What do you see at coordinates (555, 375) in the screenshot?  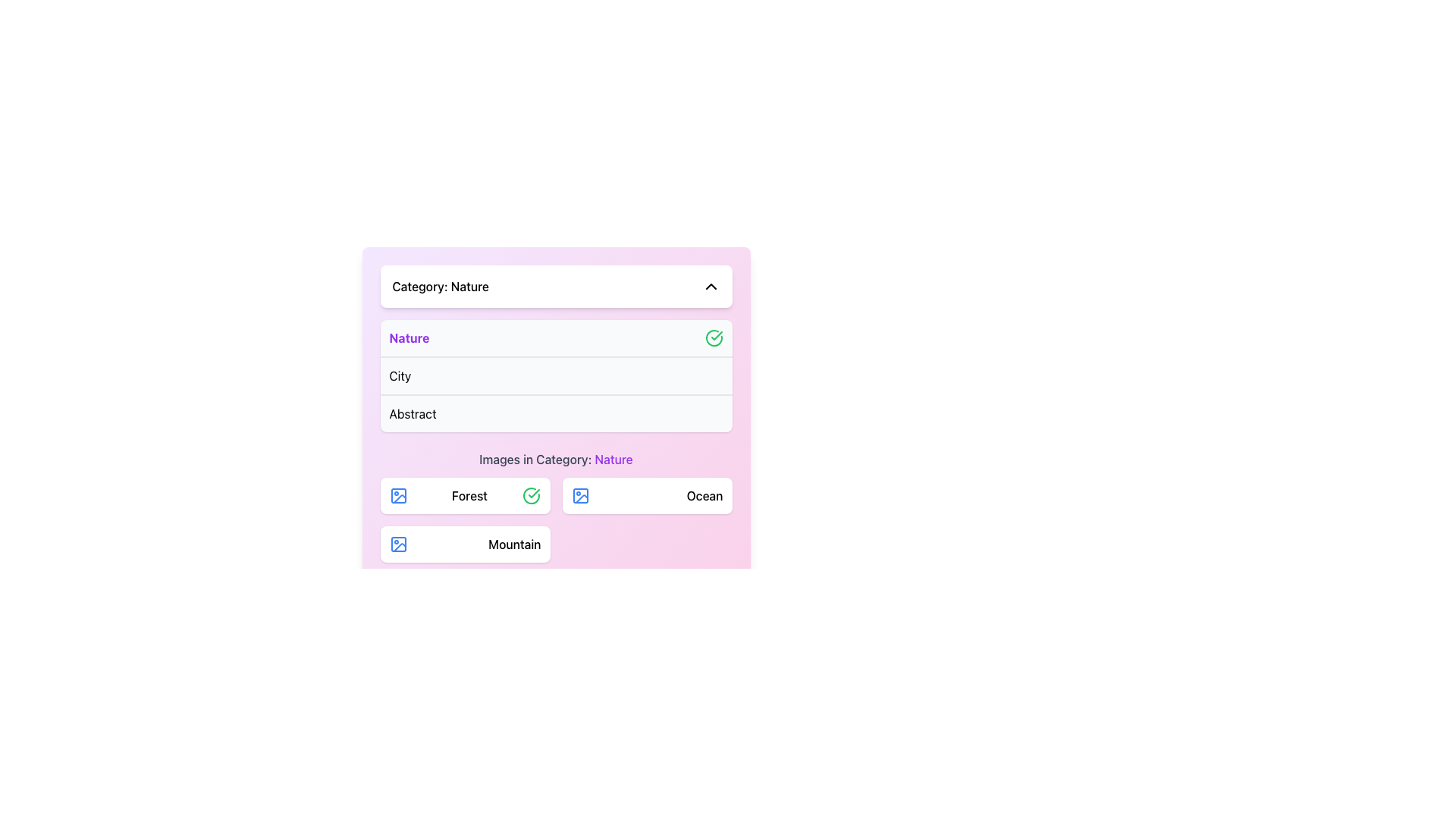 I see `the selectable list item labeled 'City', which is the second item in a vertical list of options` at bounding box center [555, 375].